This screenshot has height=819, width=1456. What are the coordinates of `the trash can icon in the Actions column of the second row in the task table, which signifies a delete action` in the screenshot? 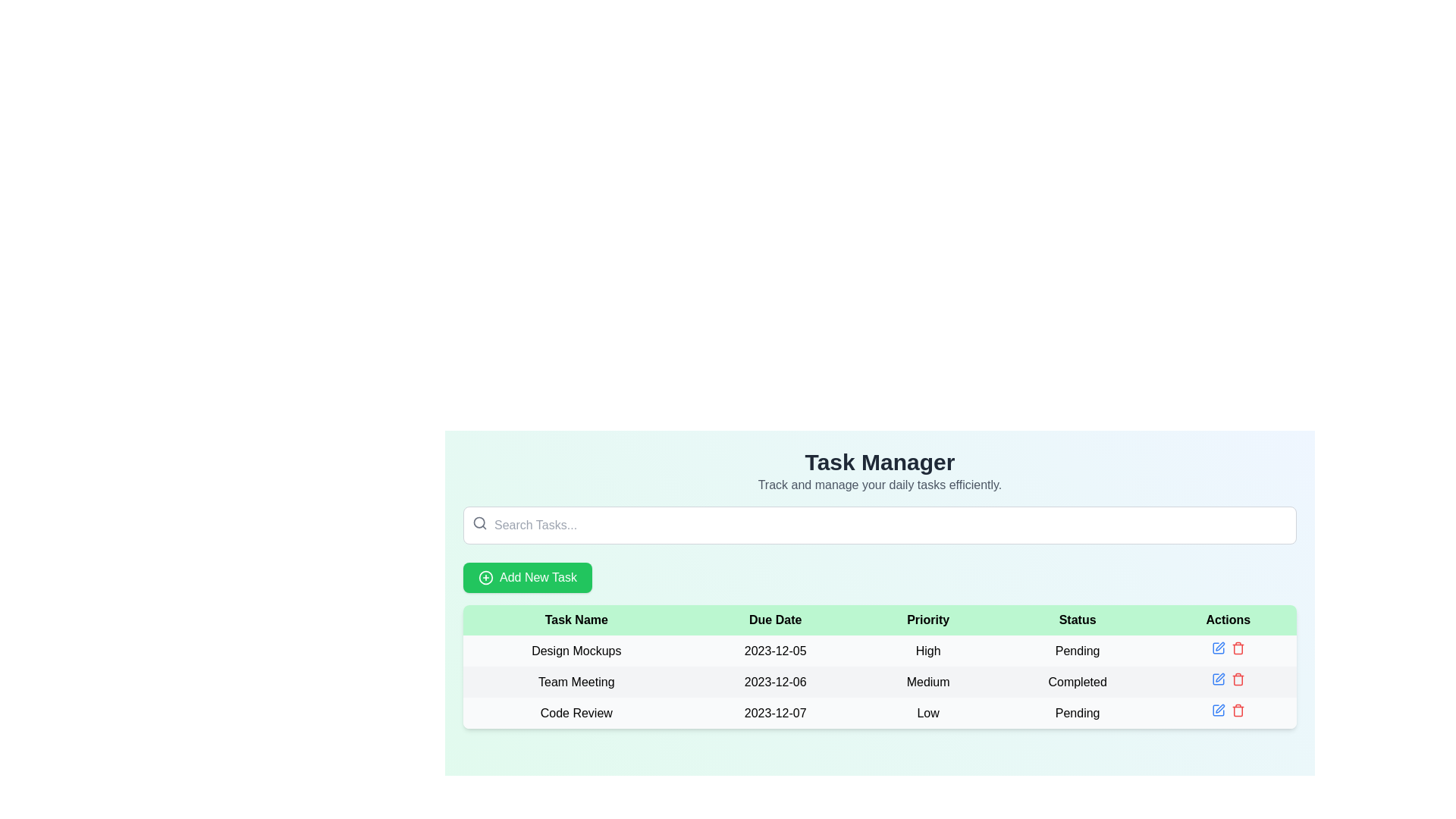 It's located at (1238, 679).